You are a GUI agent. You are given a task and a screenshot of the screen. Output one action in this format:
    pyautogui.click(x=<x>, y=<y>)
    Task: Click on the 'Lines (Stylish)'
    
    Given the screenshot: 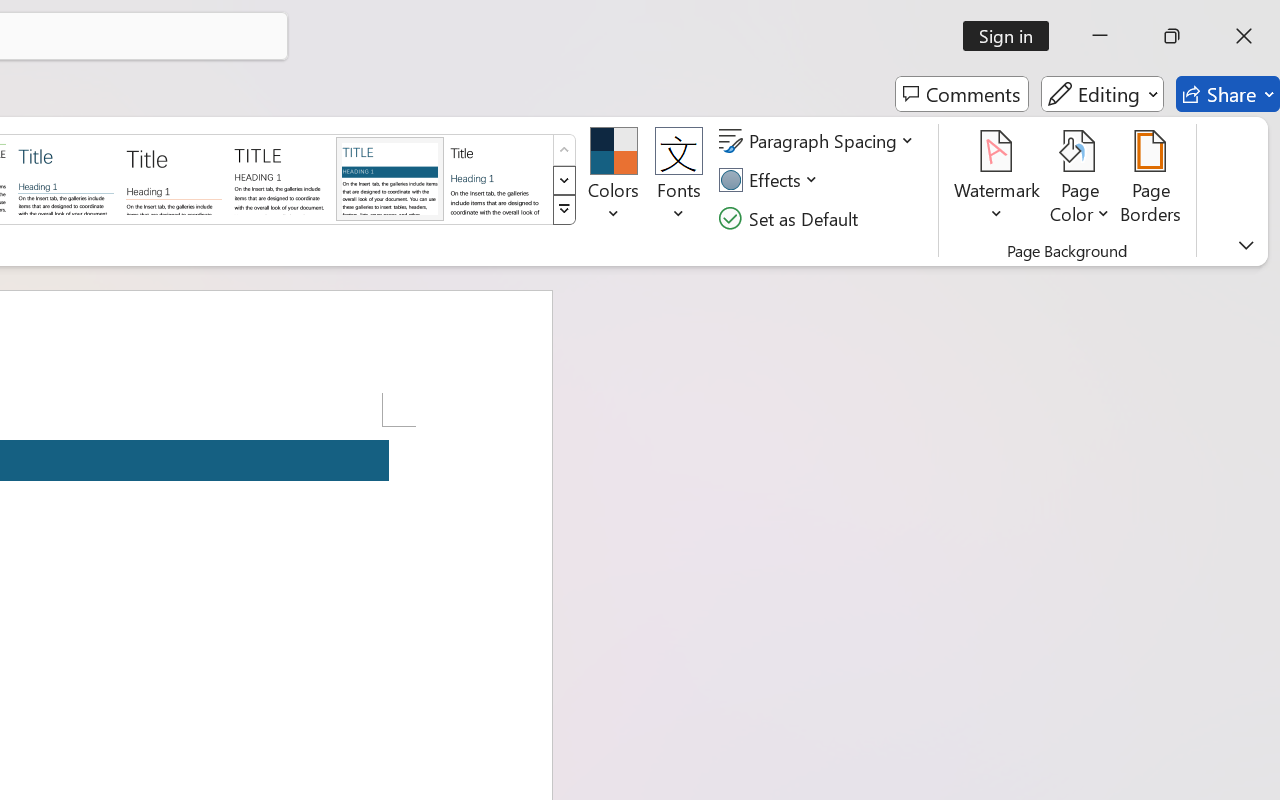 What is the action you would take?
    pyautogui.click(x=174, y=177)
    